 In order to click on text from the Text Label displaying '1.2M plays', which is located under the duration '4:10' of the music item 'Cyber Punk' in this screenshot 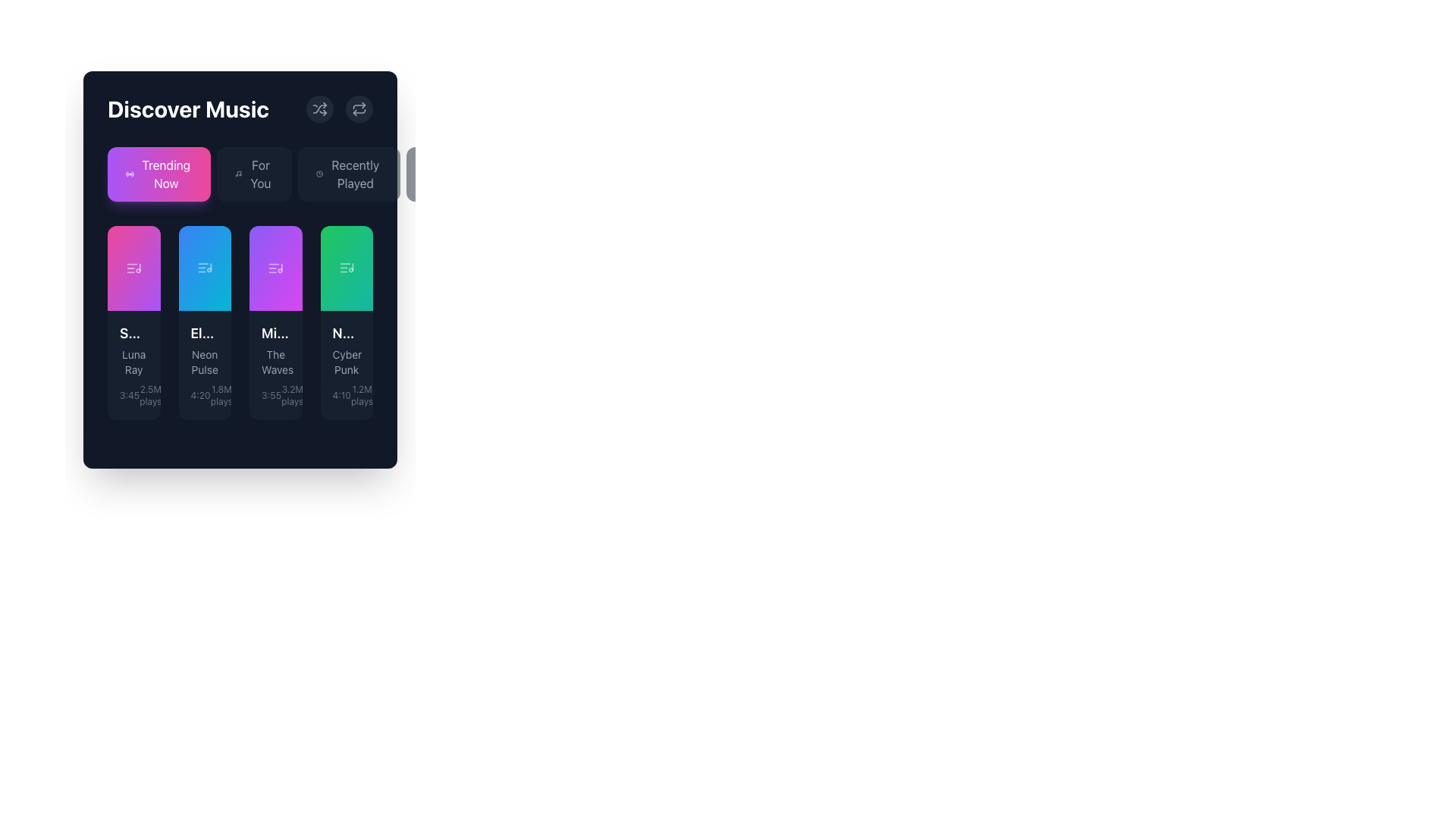, I will do `click(361, 394)`.